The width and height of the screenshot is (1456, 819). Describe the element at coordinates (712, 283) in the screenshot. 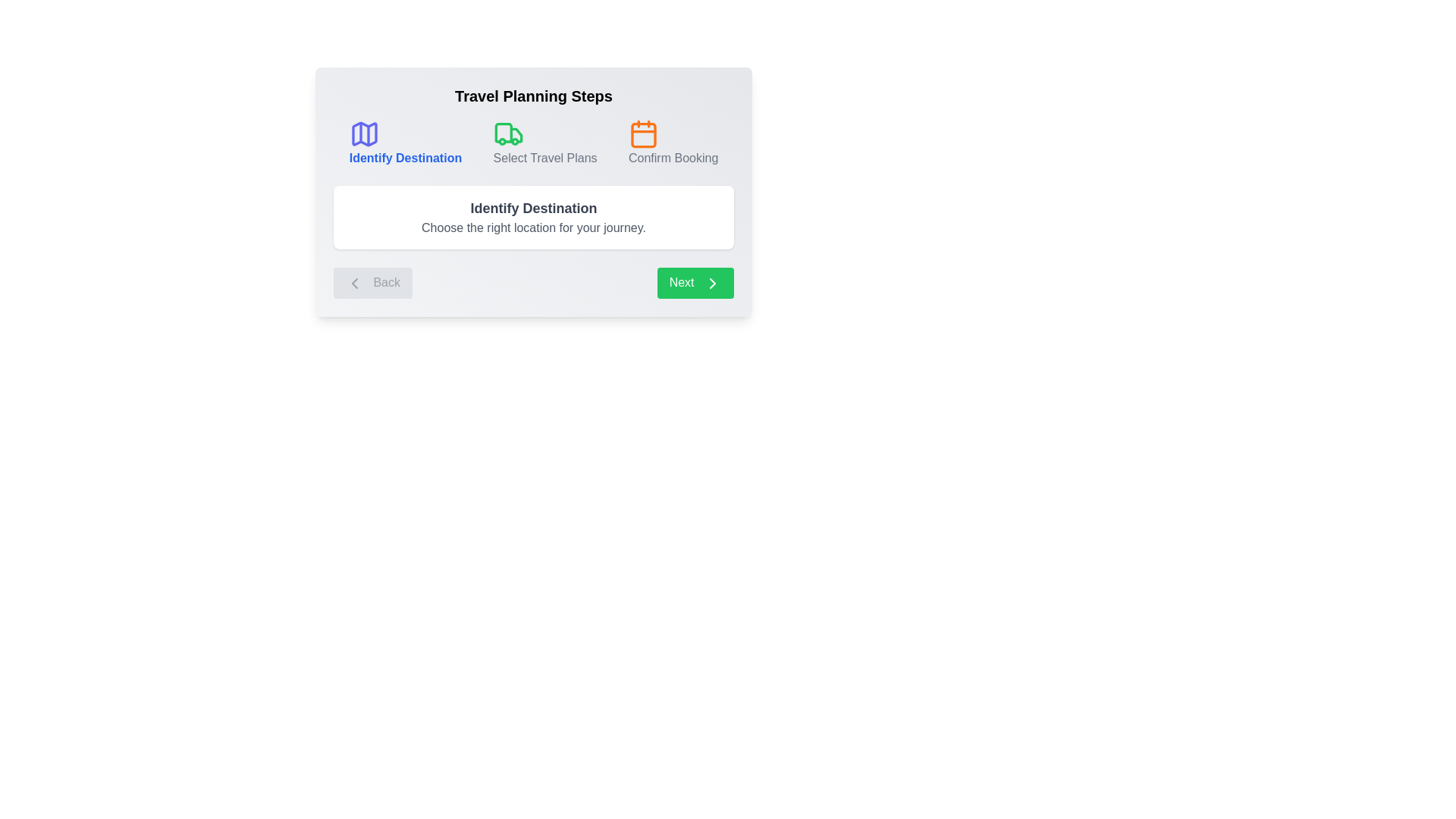

I see `the green 'Next' button which contains the directional icon, to proceed to the next step` at that location.